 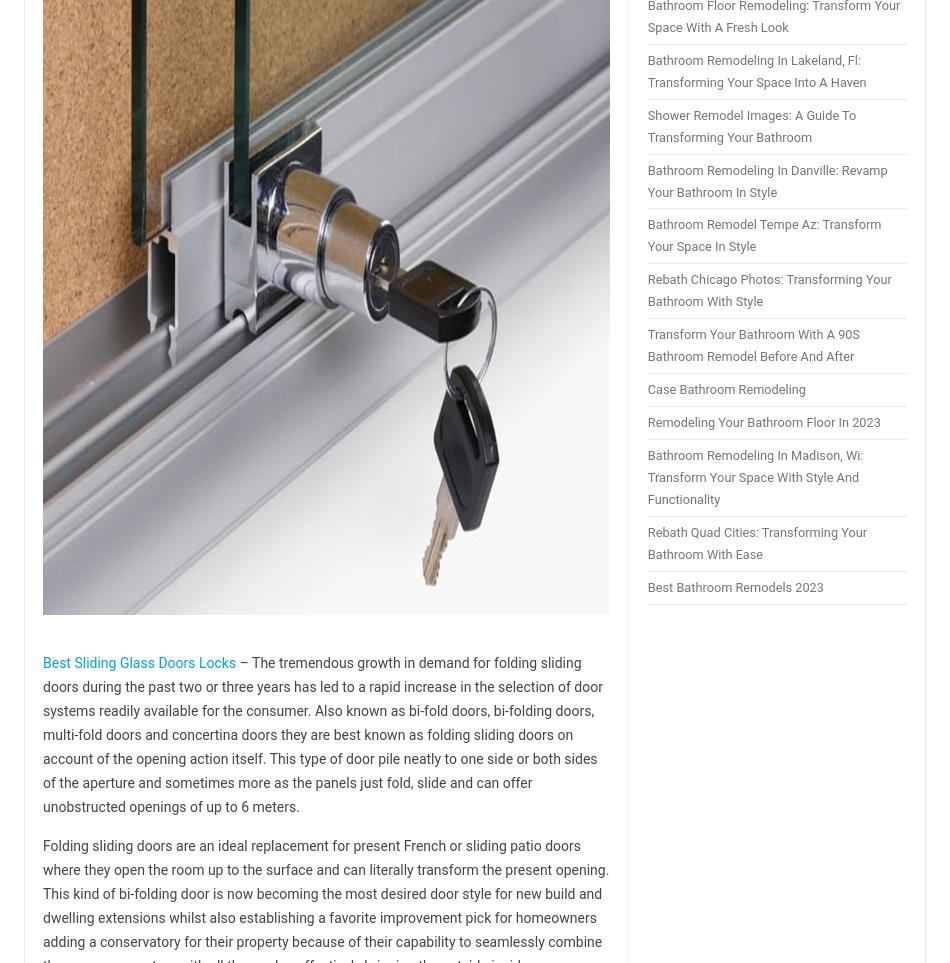 What do you see at coordinates (750, 124) in the screenshot?
I see `'Shower Remodel Images: A Guide To Transforming Your Bathroom'` at bounding box center [750, 124].